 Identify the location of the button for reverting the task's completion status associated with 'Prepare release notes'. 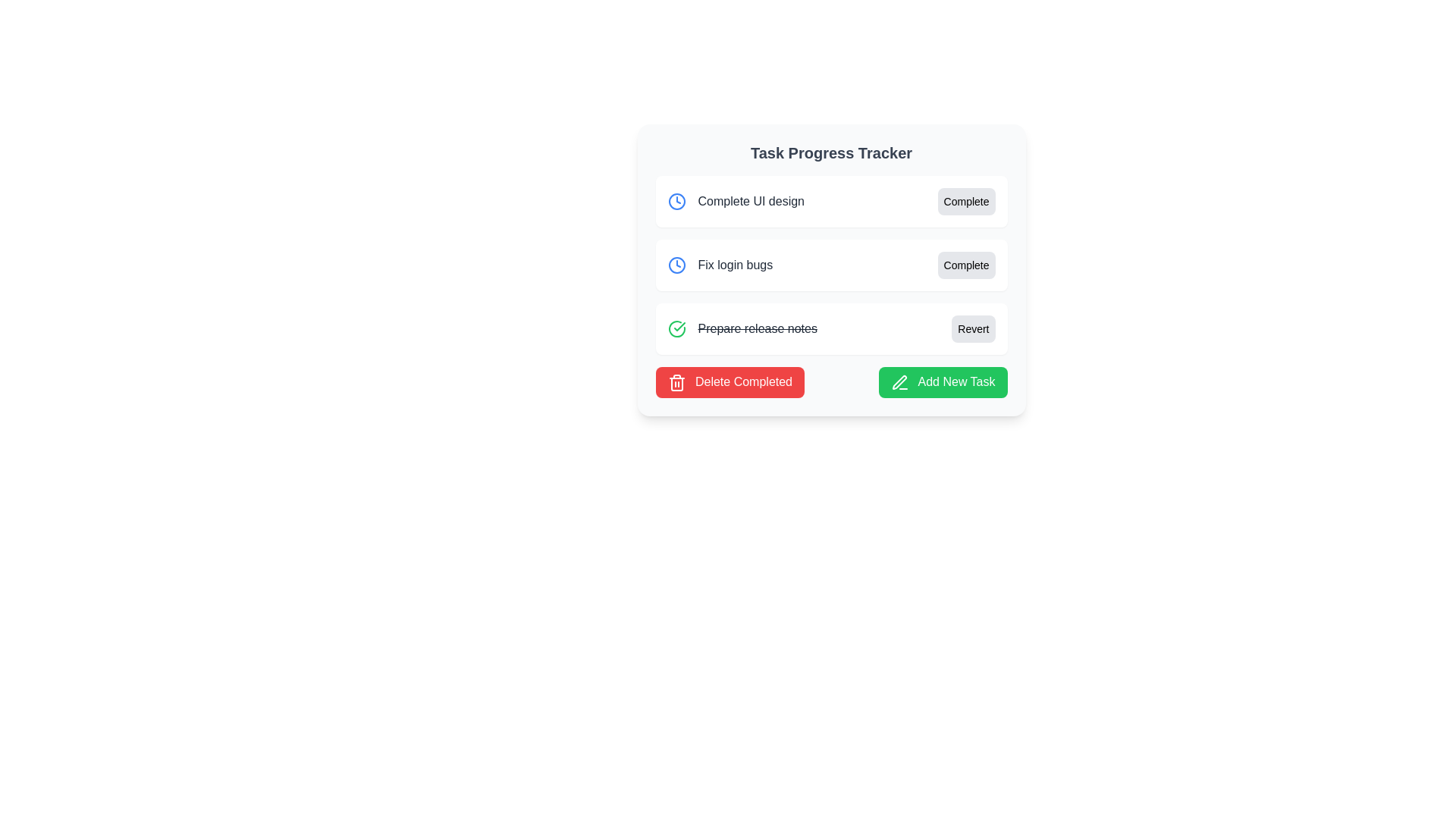
(972, 328).